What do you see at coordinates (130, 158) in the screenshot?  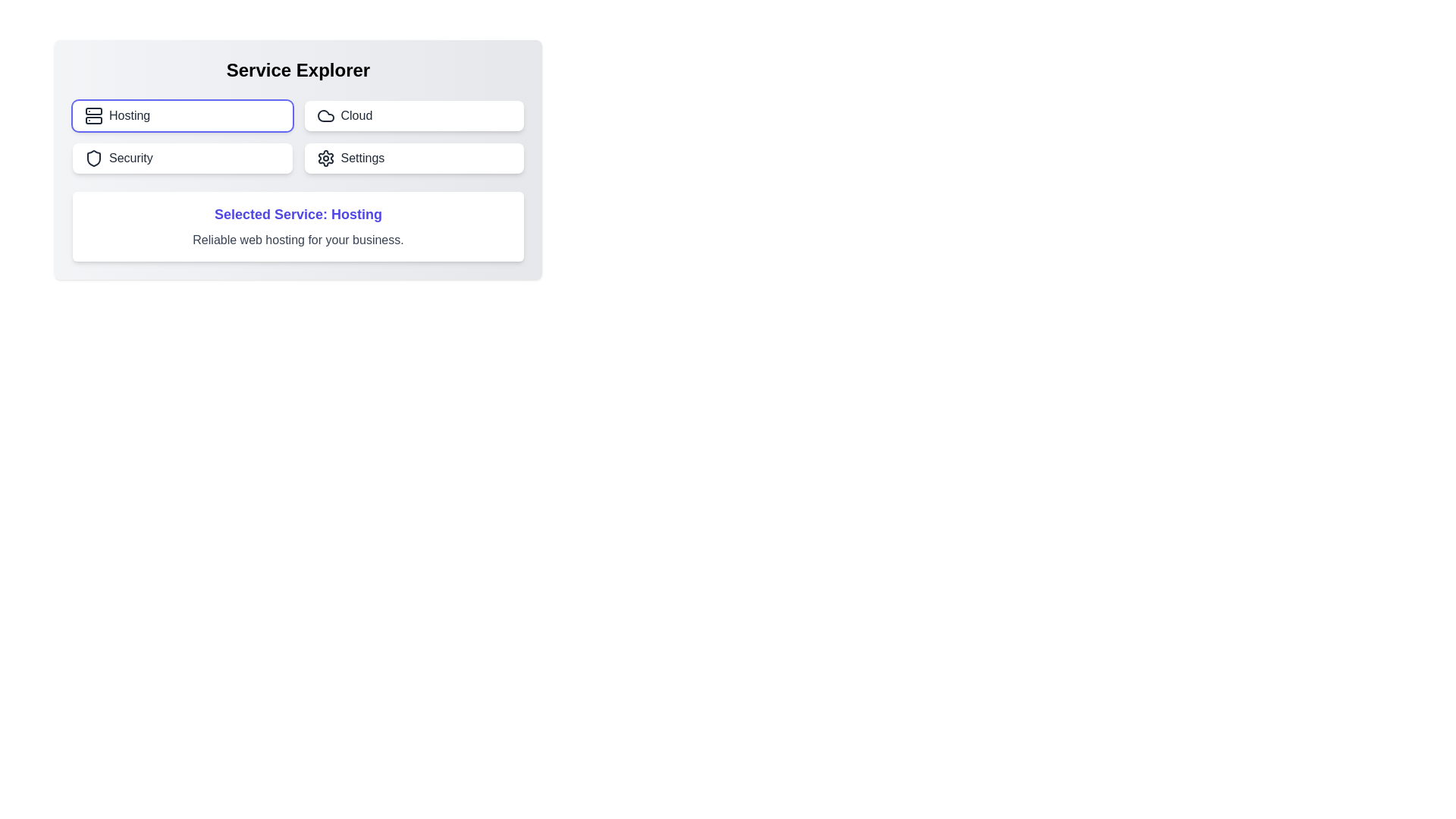 I see `the 'Security' text label, which is a selectable option in the 'Service Explorer' interface, located in the second row of buttons alongside 'Hosting', 'Cloud', and 'Settings'` at bounding box center [130, 158].